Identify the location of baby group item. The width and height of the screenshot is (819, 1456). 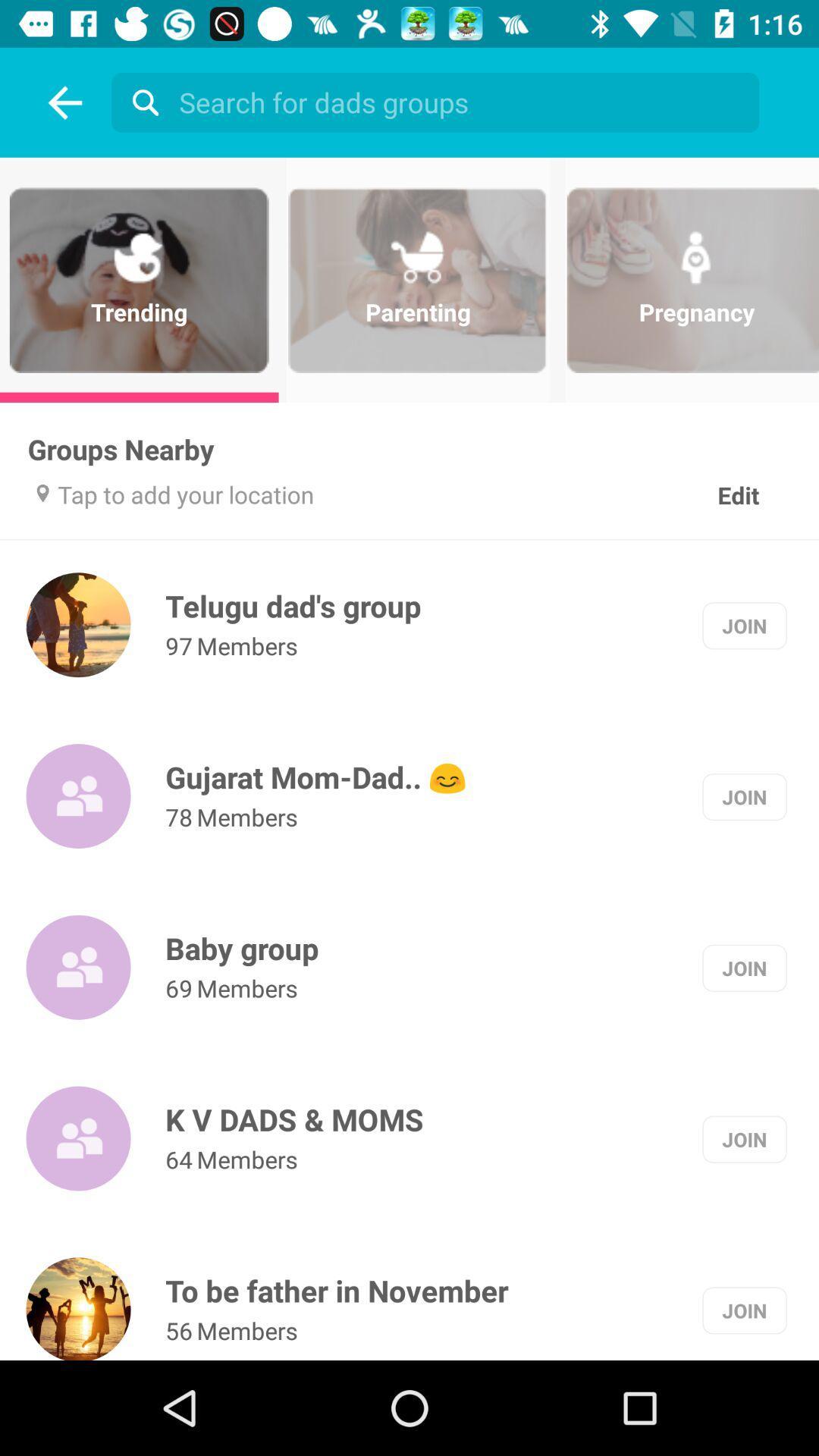
(241, 947).